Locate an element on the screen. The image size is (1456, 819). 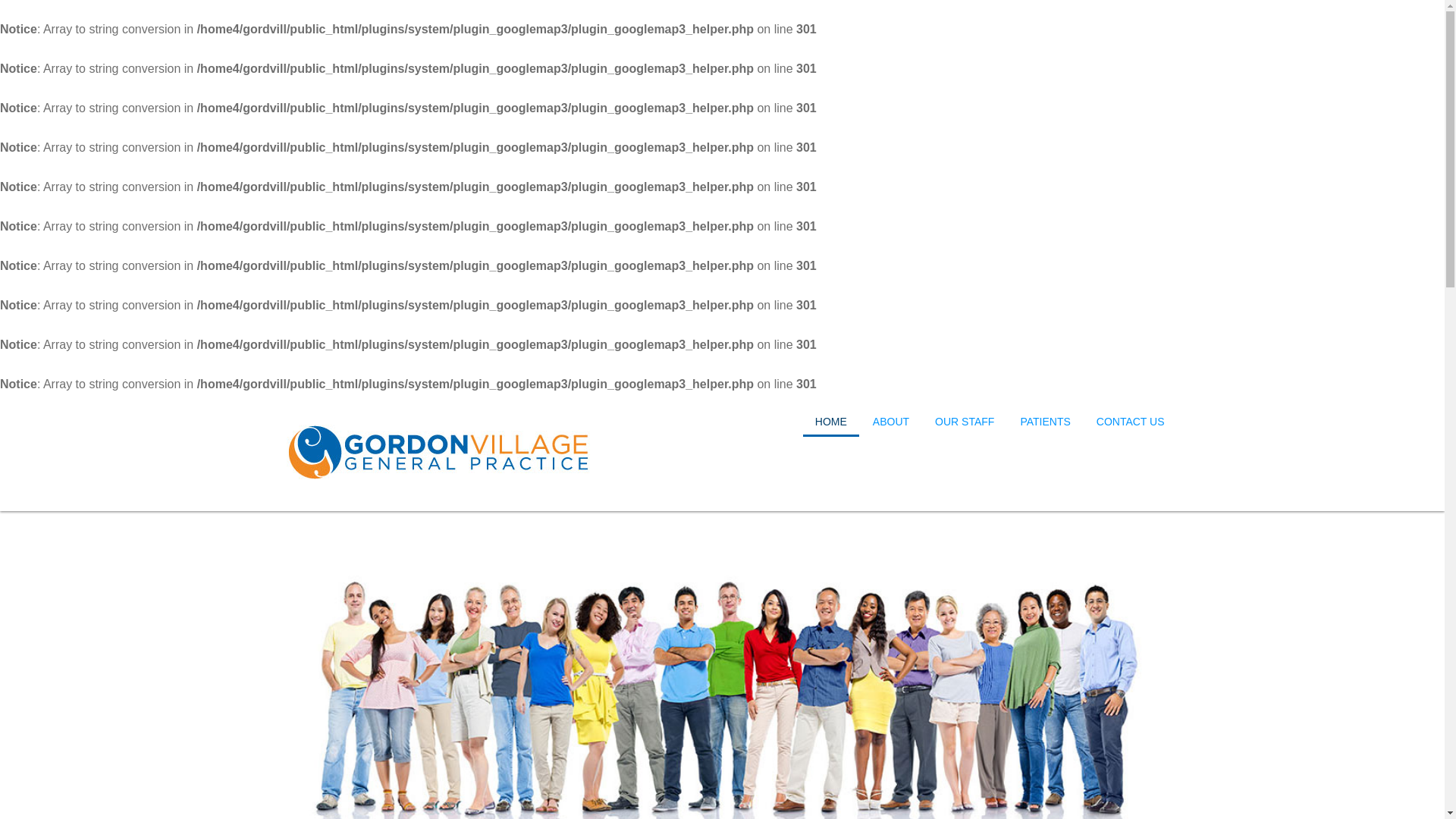
'CONTACT US' is located at coordinates (1131, 421).